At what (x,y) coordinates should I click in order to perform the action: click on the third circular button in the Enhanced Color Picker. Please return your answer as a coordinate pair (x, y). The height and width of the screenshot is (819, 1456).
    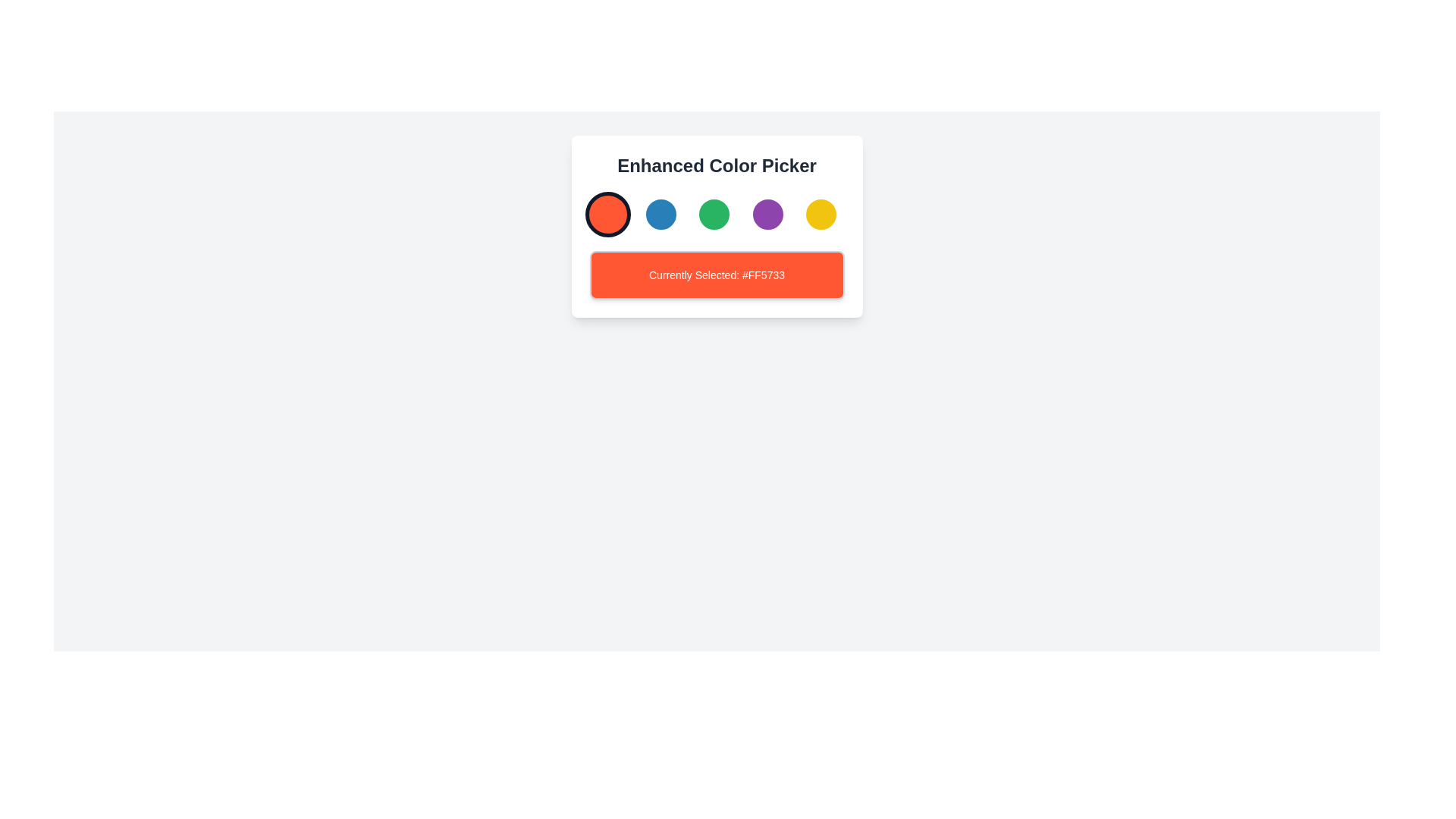
    Looking at the image, I should click on (716, 227).